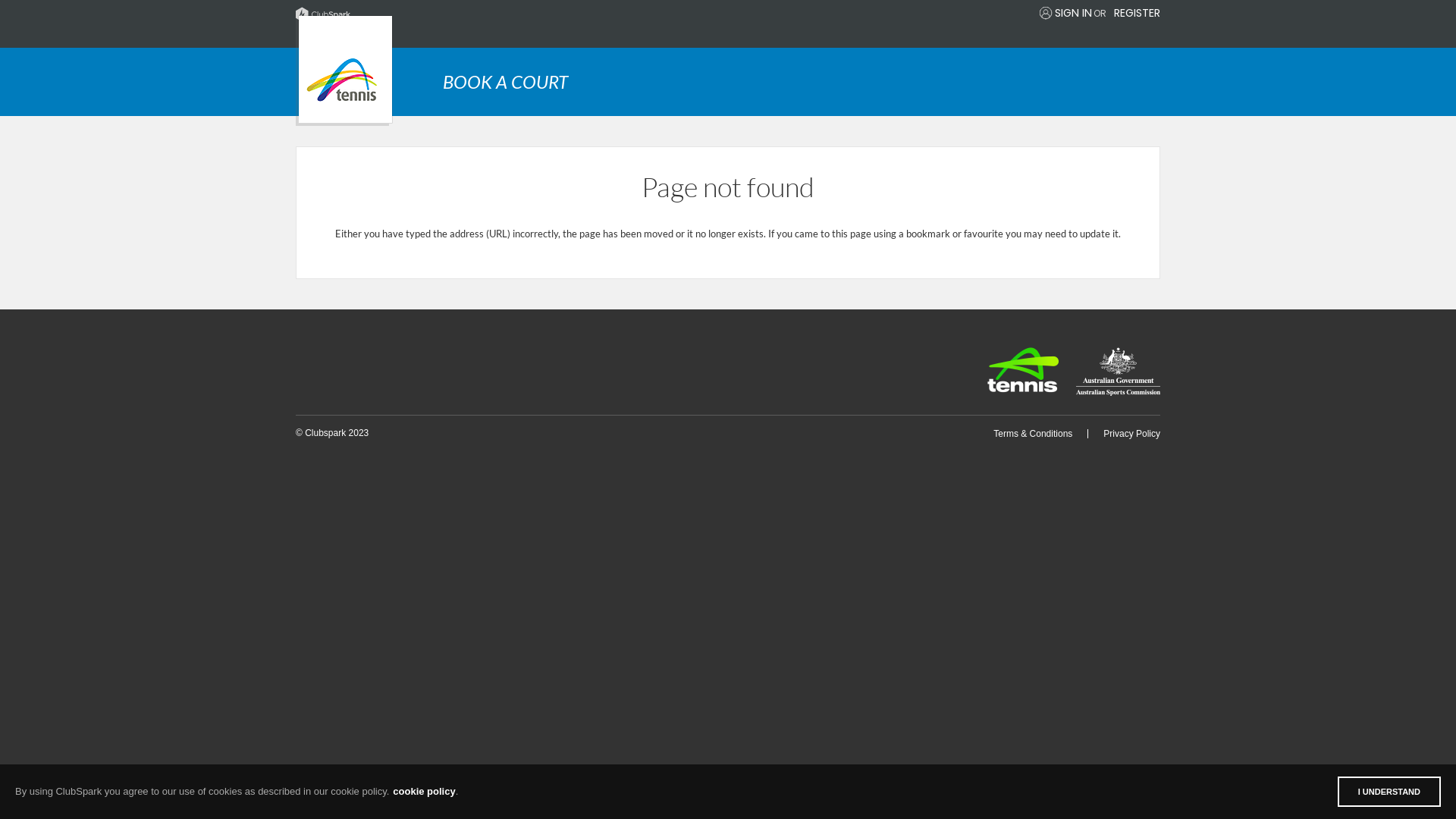  What do you see at coordinates (1032, 433) in the screenshot?
I see `'Terms & Conditions'` at bounding box center [1032, 433].